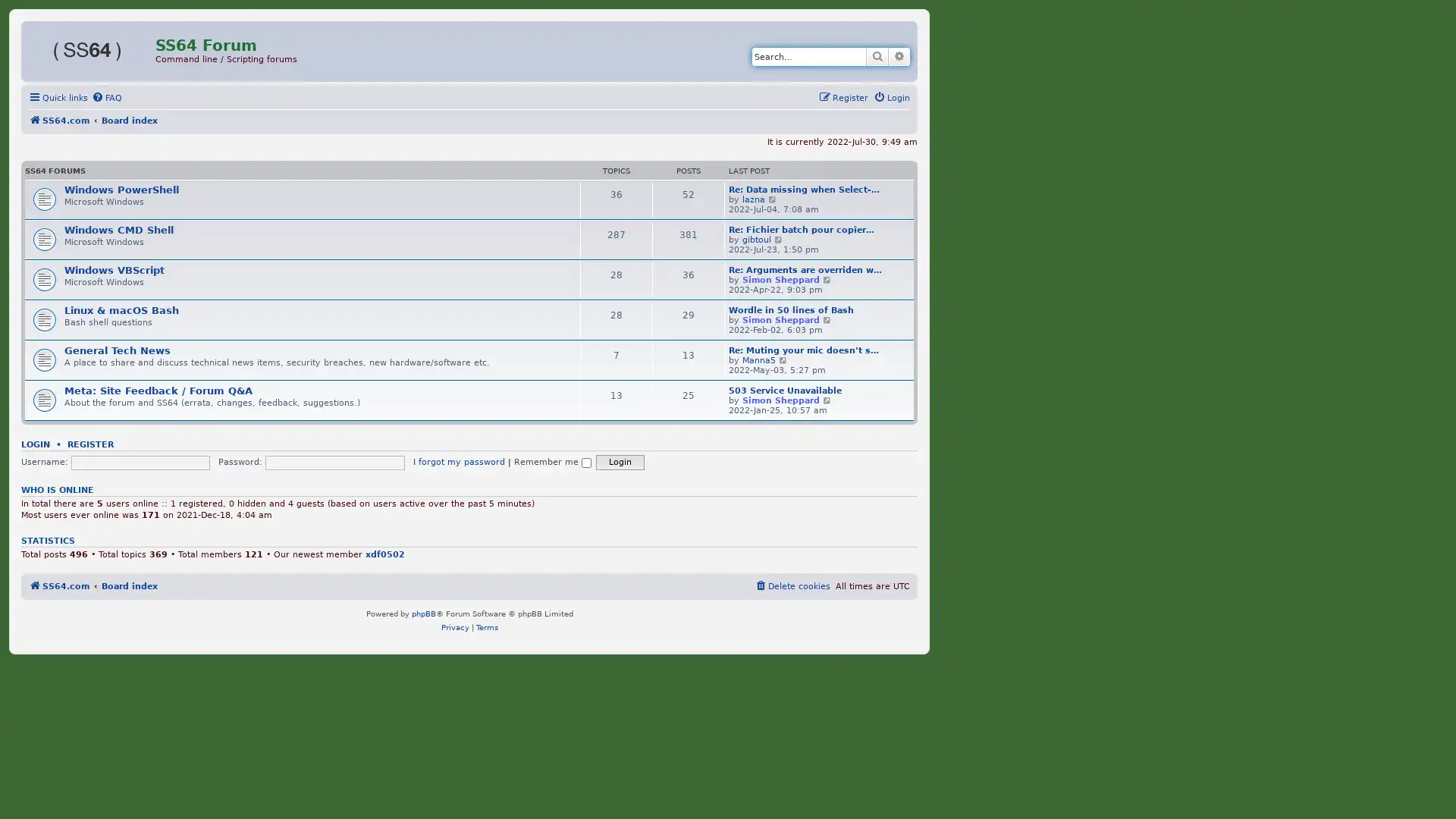 The height and width of the screenshot is (819, 1456). What do you see at coordinates (619, 461) in the screenshot?
I see `Login` at bounding box center [619, 461].